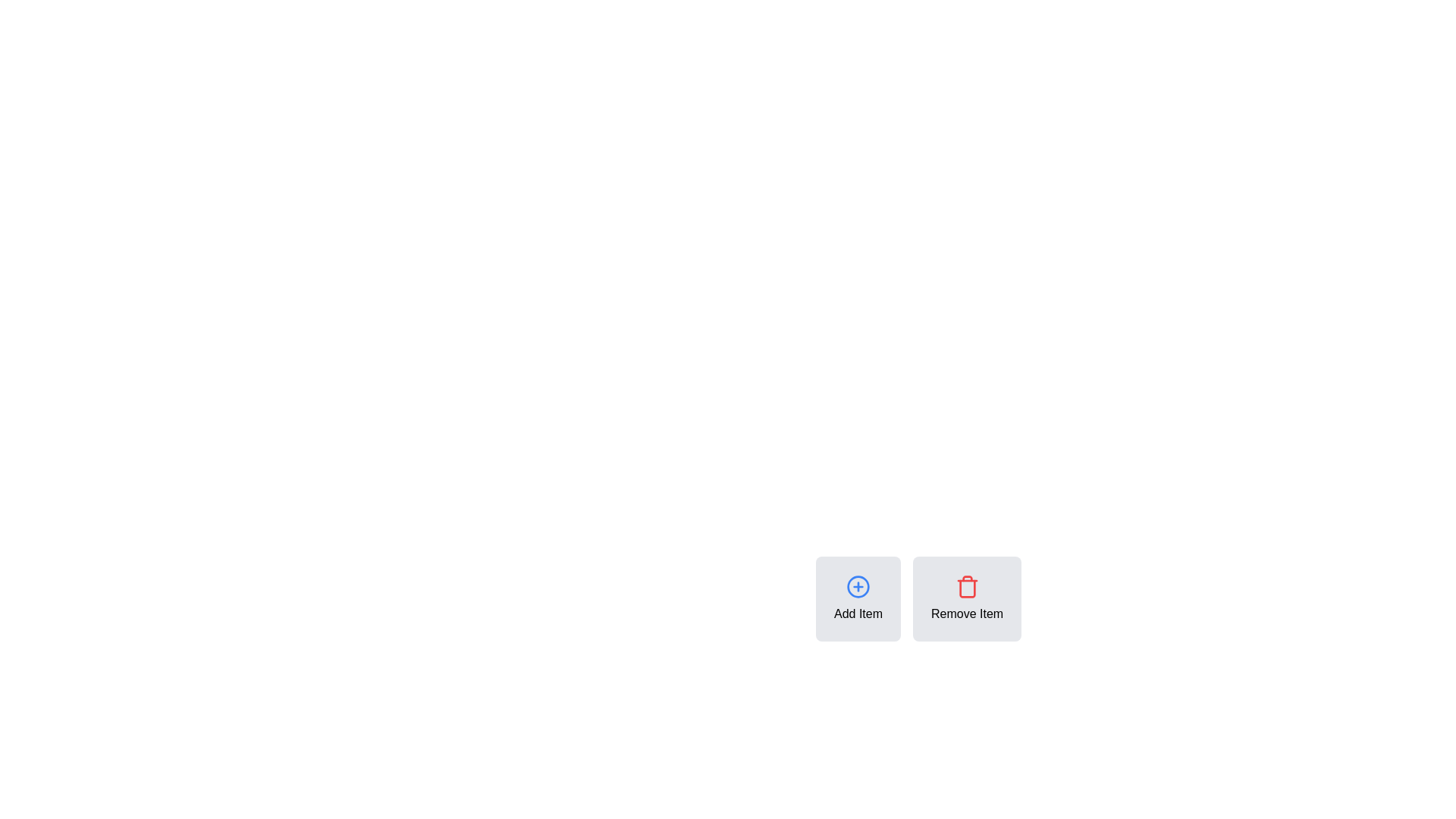 The width and height of the screenshot is (1456, 819). Describe the element at coordinates (858, 598) in the screenshot. I see `the grey rectangular button with rounded corners that has a blue circular plus icon and the label 'Add Item' beneath it` at that location.